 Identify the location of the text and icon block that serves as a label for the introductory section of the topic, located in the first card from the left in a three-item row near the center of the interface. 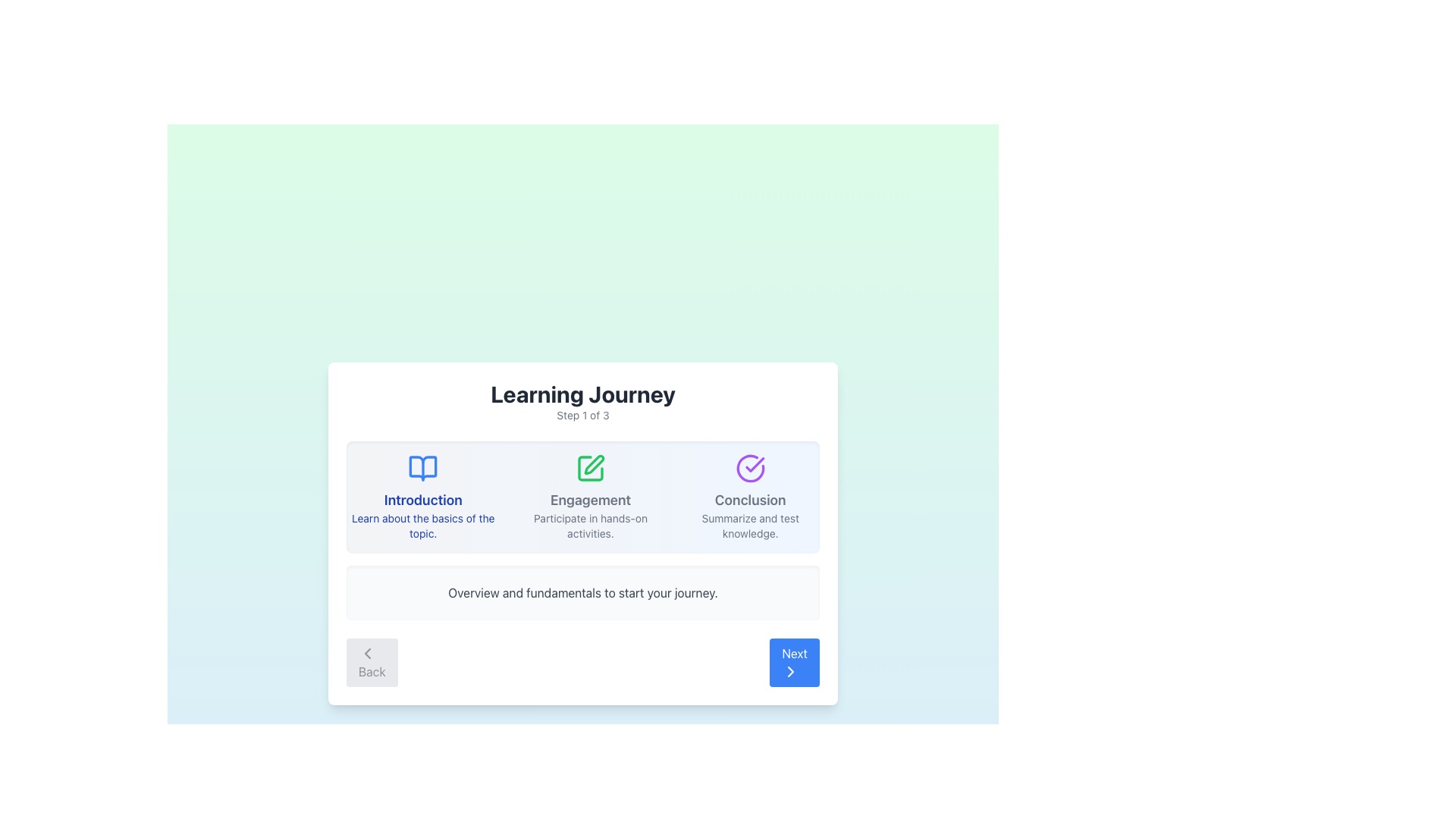
(422, 497).